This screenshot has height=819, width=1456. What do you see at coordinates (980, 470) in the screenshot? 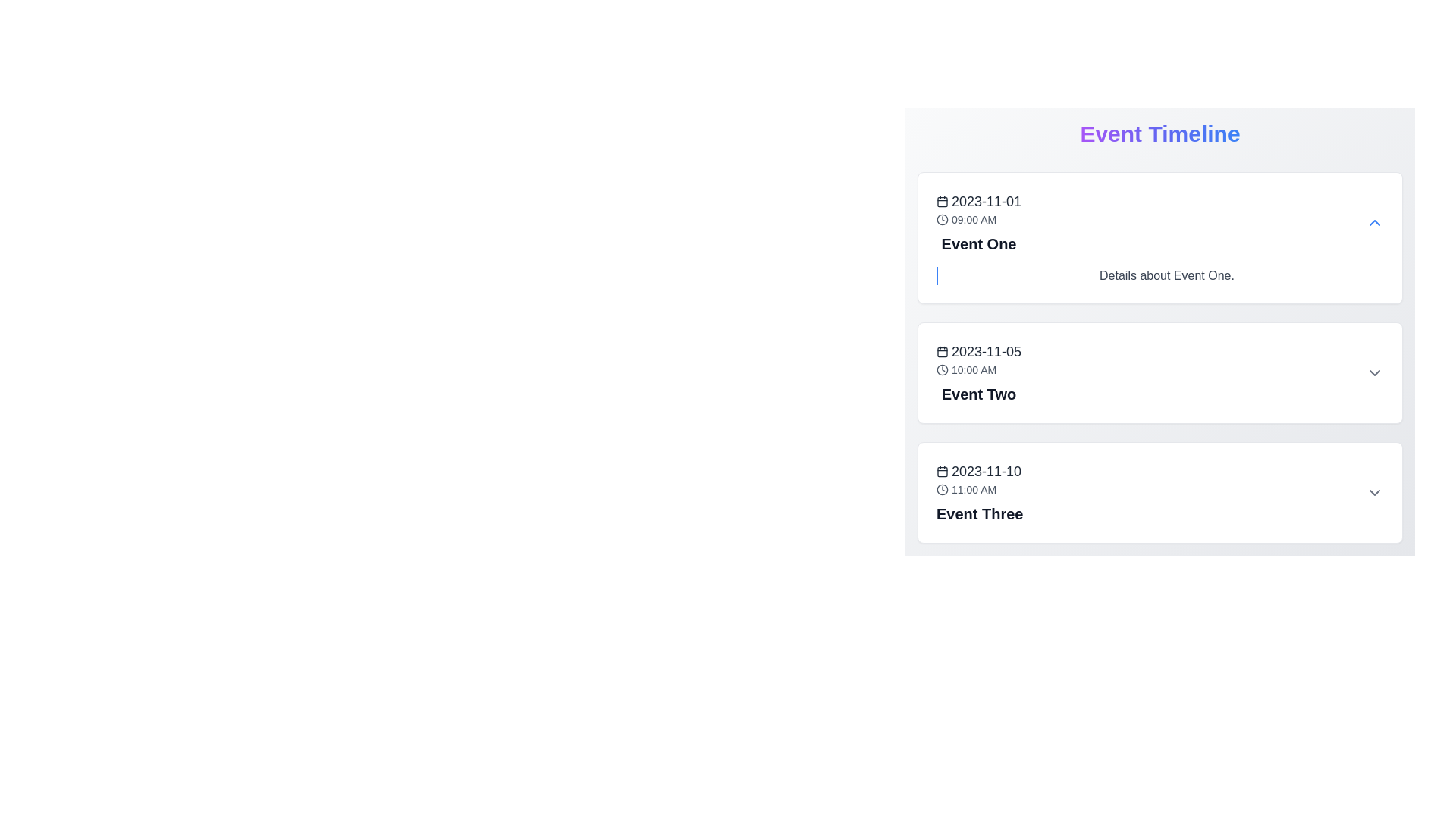
I see `displayed date from the Date display element which consists of a calendar icon and the date text '2023-11-10', positioned in the center-left of the third event card beneath the timeline header` at bounding box center [980, 470].